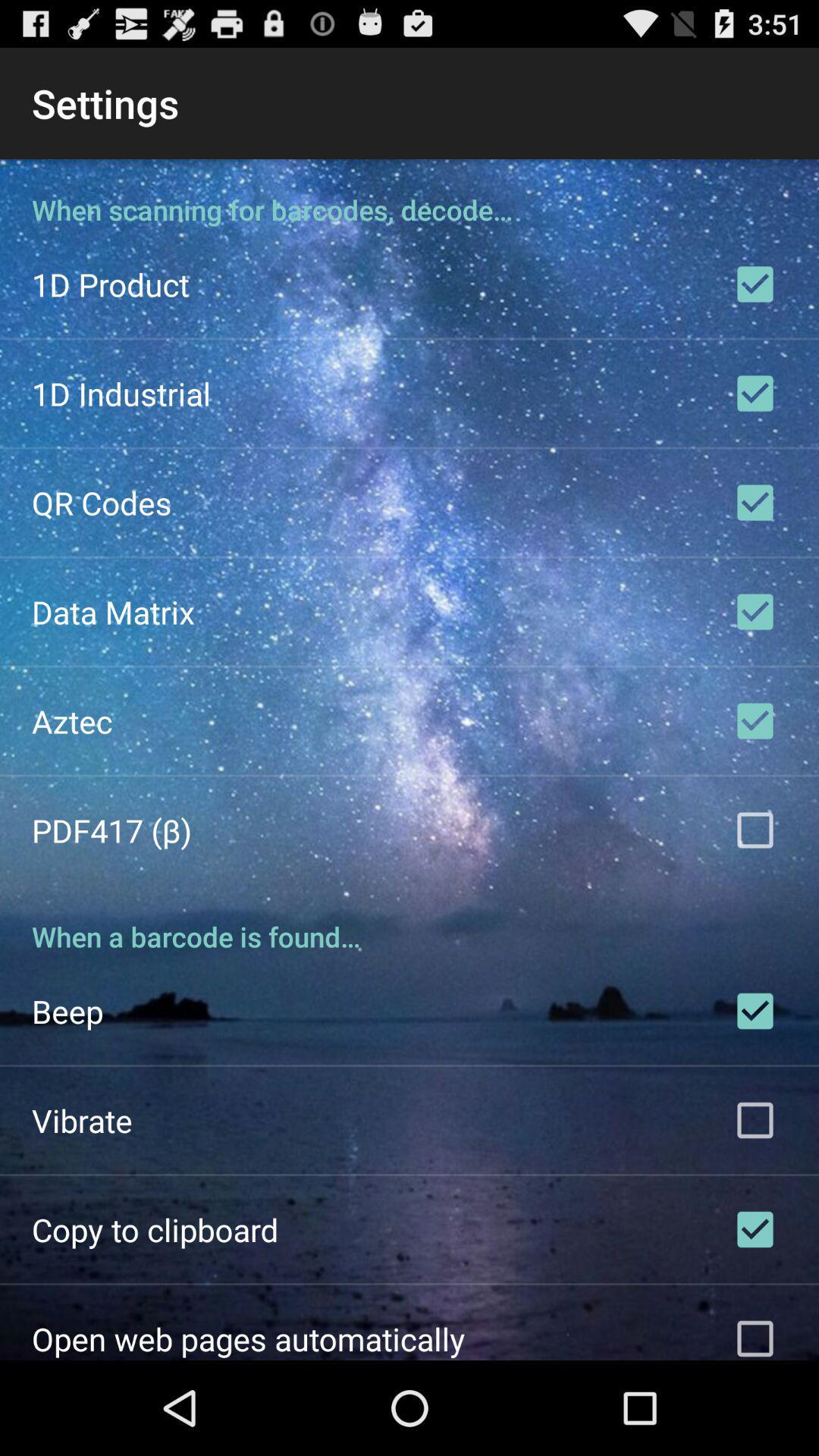 Image resolution: width=819 pixels, height=1456 pixels. I want to click on the click box on vibrate row, so click(755, 1121).